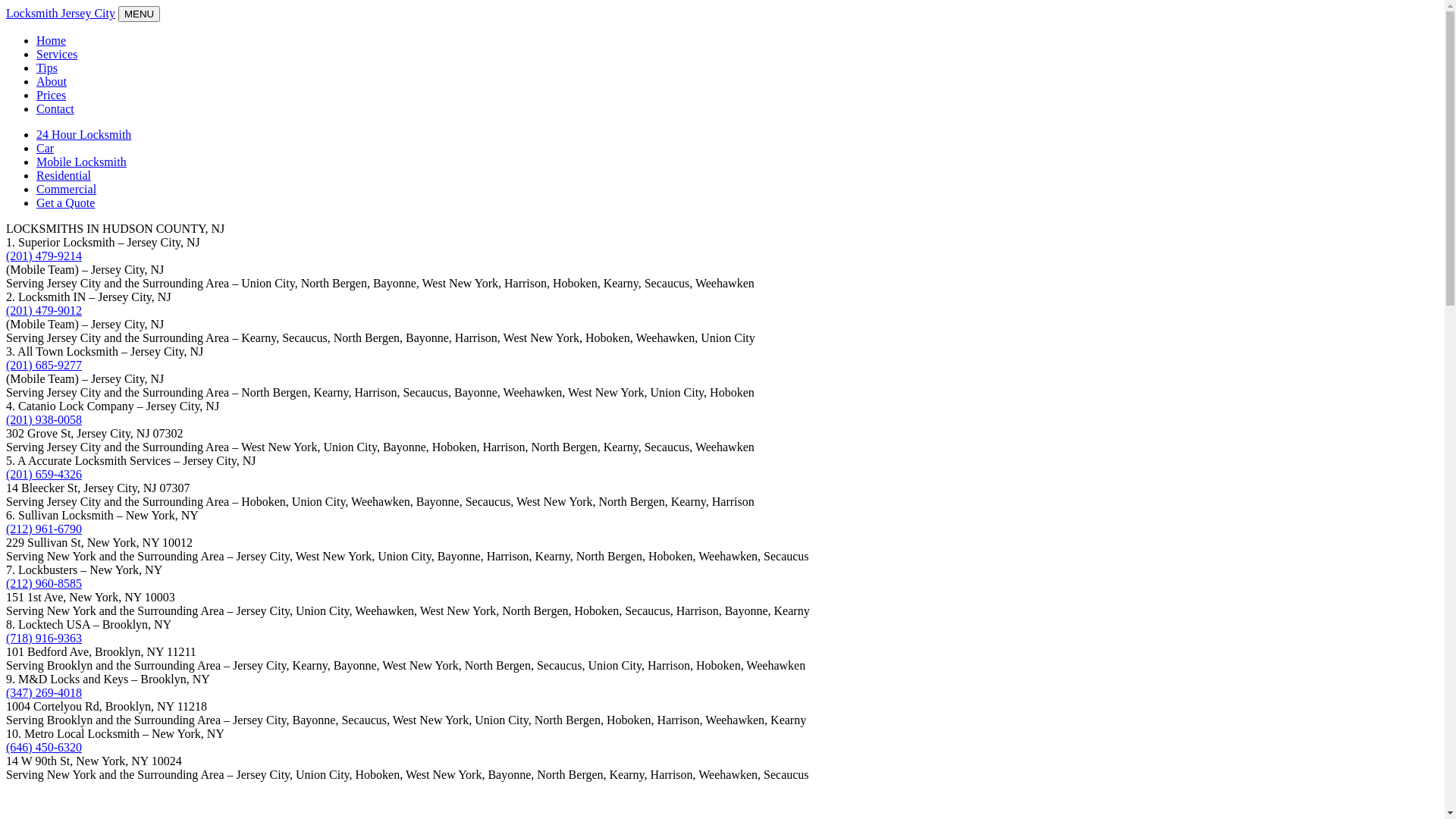 Image resolution: width=1456 pixels, height=819 pixels. Describe the element at coordinates (62, 174) in the screenshot. I see `'Residential'` at that location.